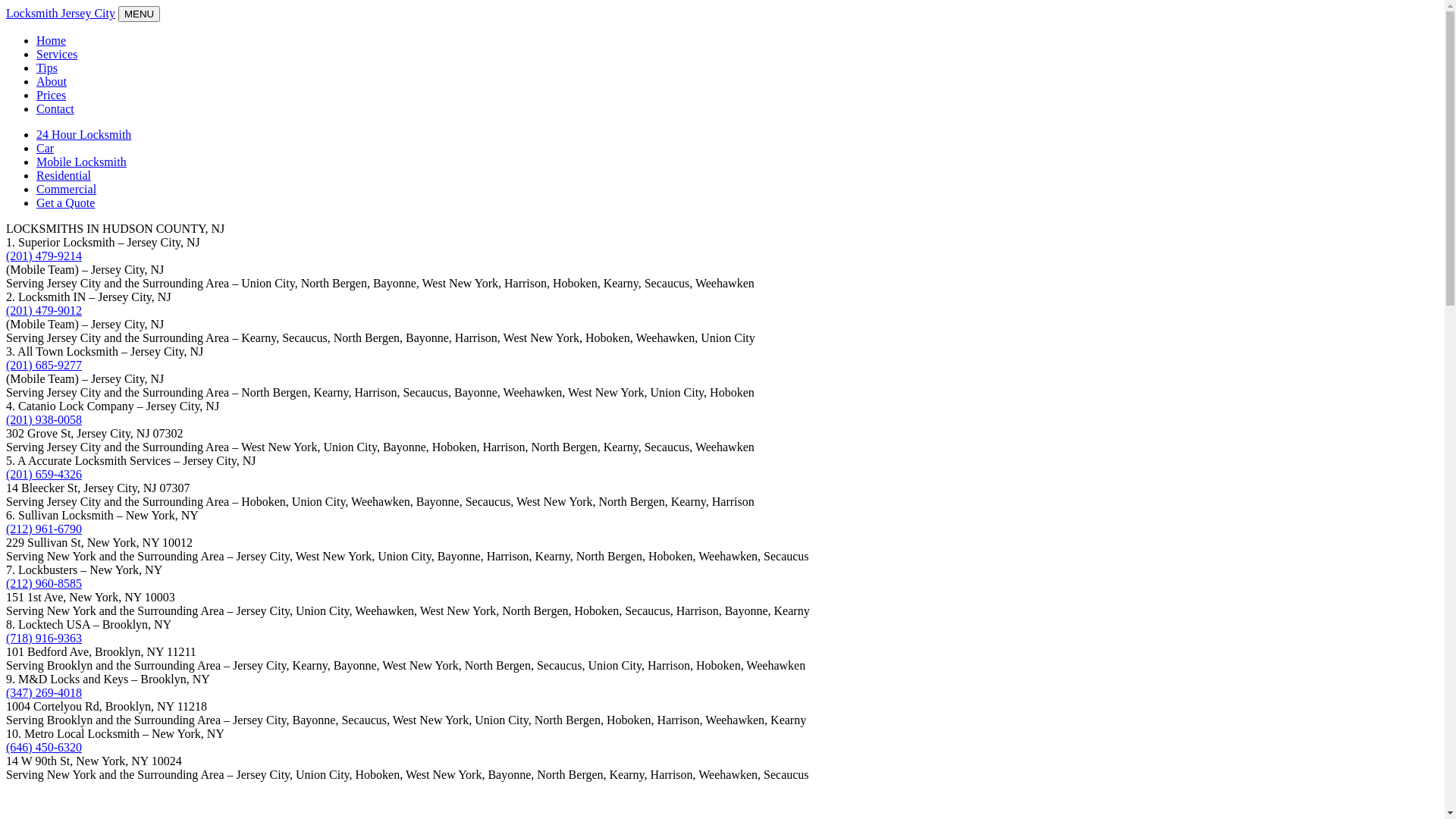 Image resolution: width=1456 pixels, height=819 pixels. Describe the element at coordinates (62, 174) in the screenshot. I see `'Residential'` at that location.